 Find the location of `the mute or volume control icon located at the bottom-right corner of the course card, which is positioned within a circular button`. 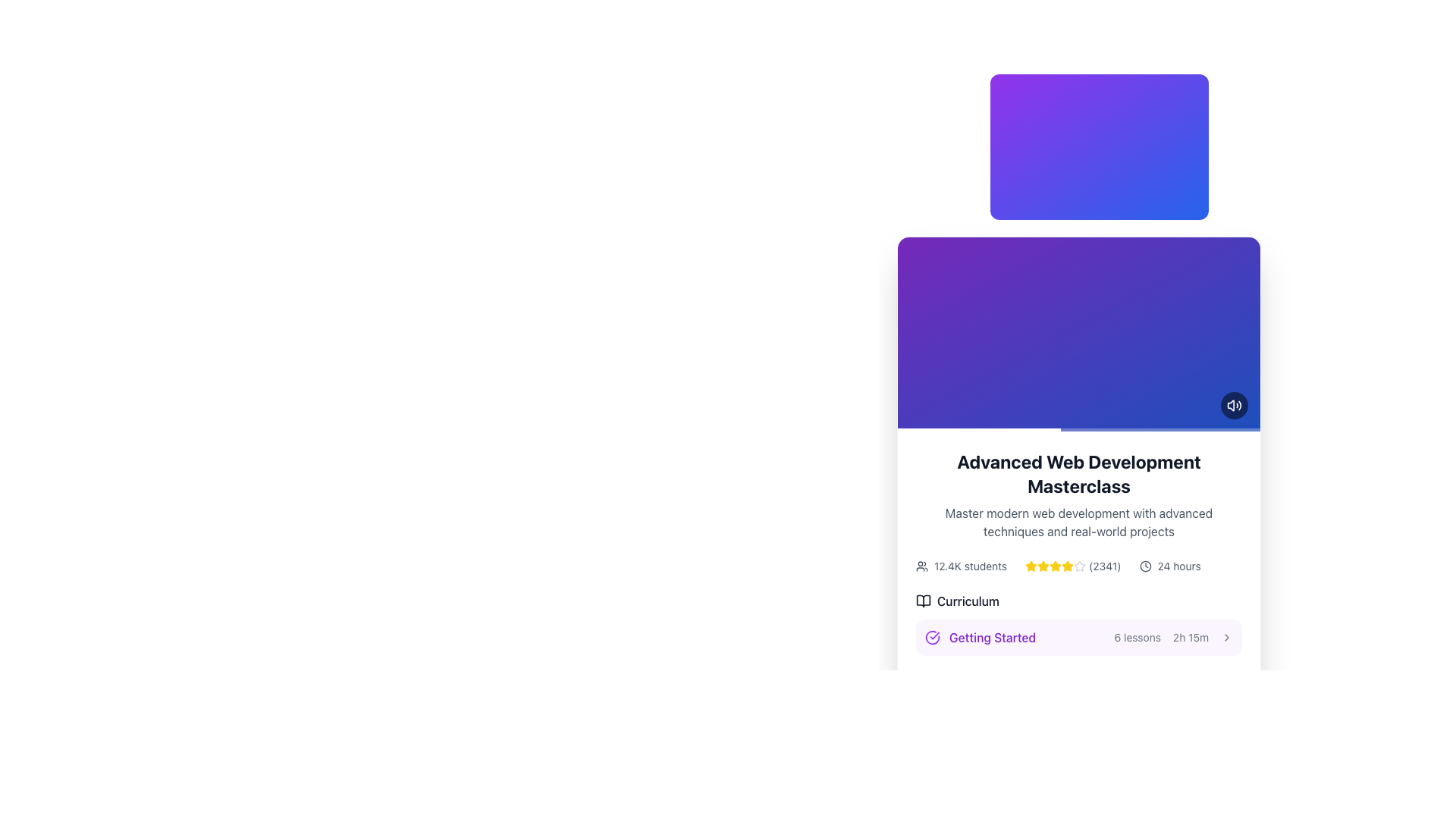

the mute or volume control icon located at the bottom-right corner of the course card, which is positioned within a circular button is located at coordinates (1234, 405).